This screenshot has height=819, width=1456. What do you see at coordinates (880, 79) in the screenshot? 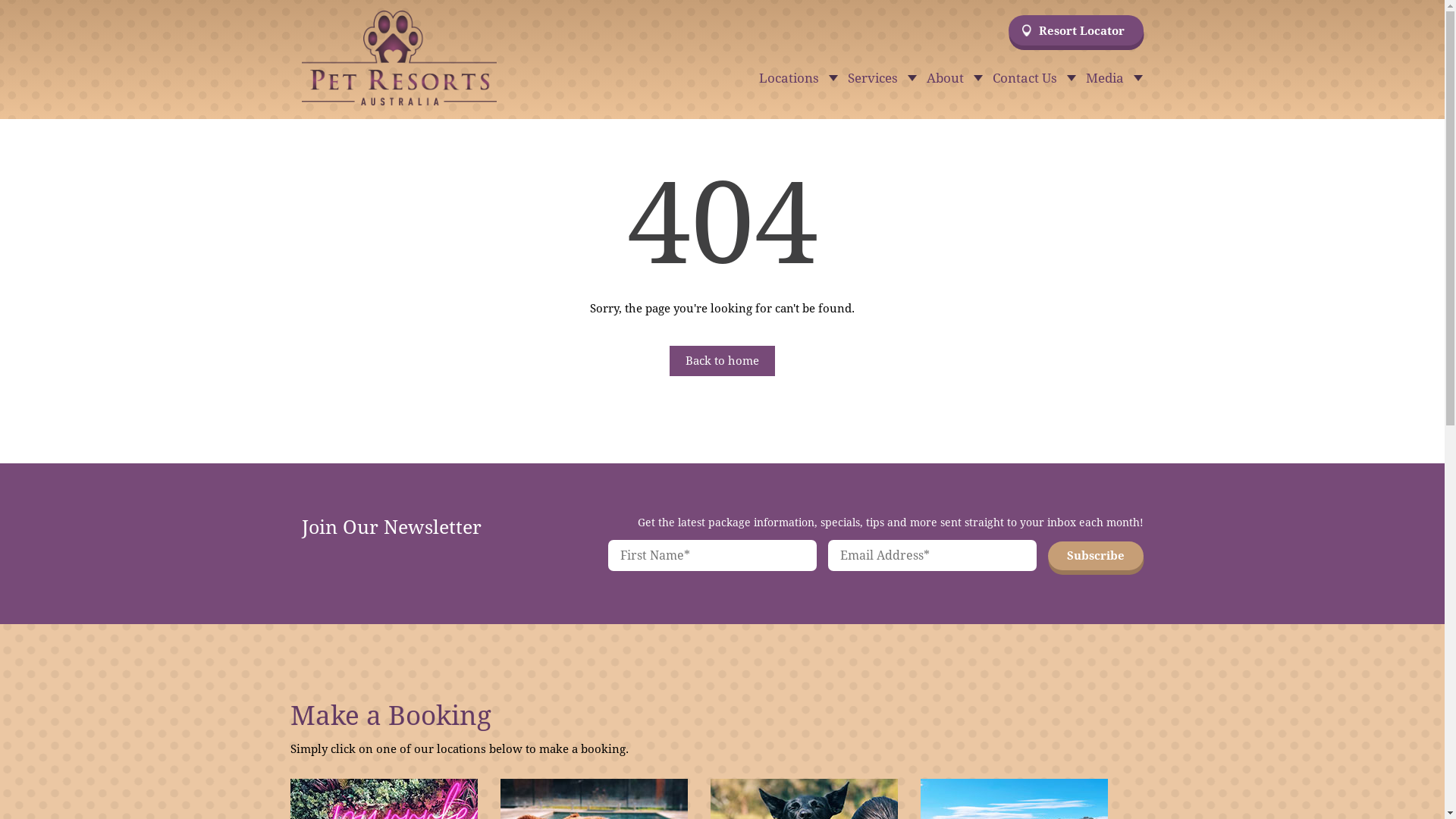
I see `'Services'` at bounding box center [880, 79].